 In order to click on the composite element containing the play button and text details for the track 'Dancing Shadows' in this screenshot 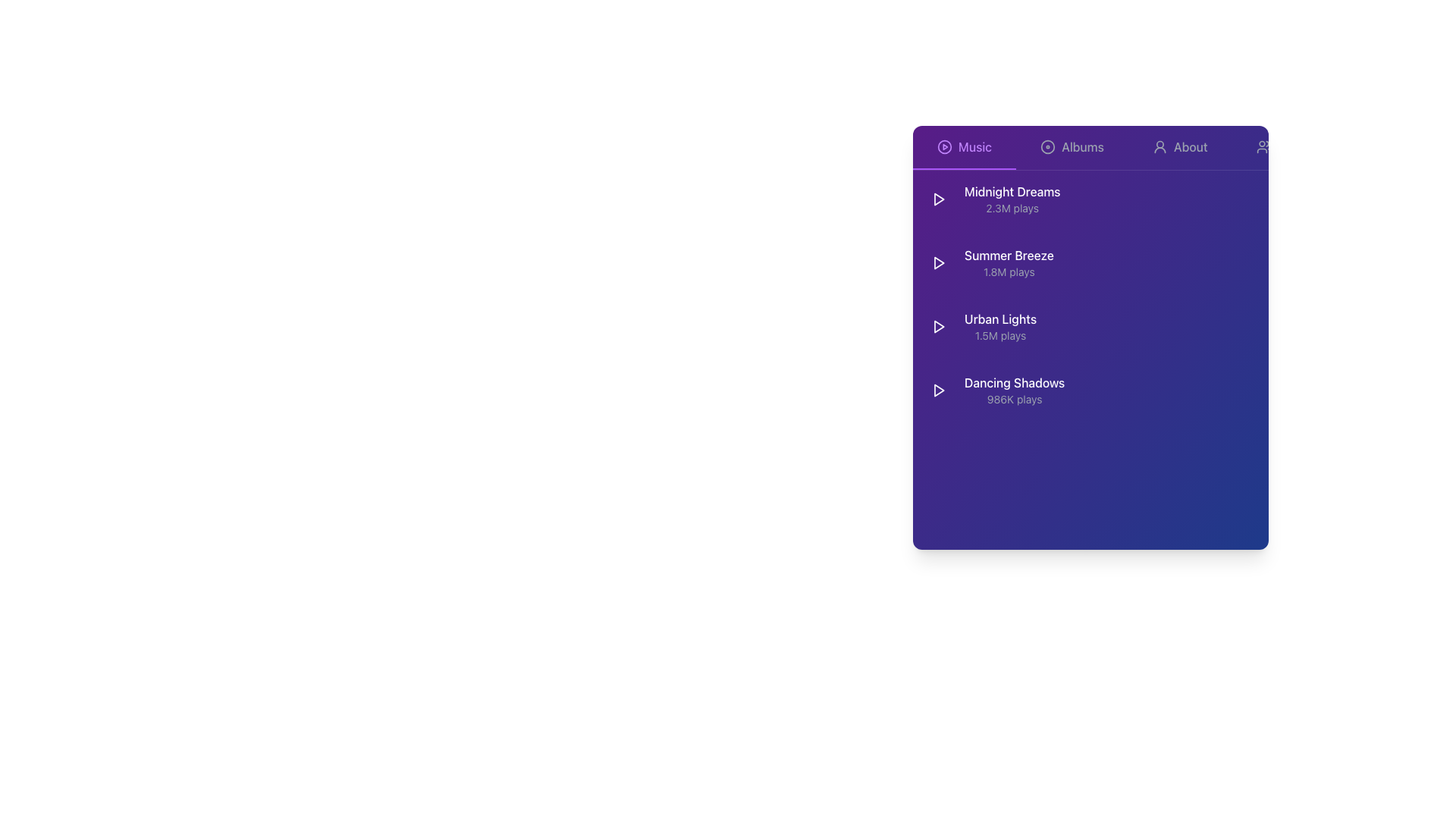, I will do `click(995, 390)`.